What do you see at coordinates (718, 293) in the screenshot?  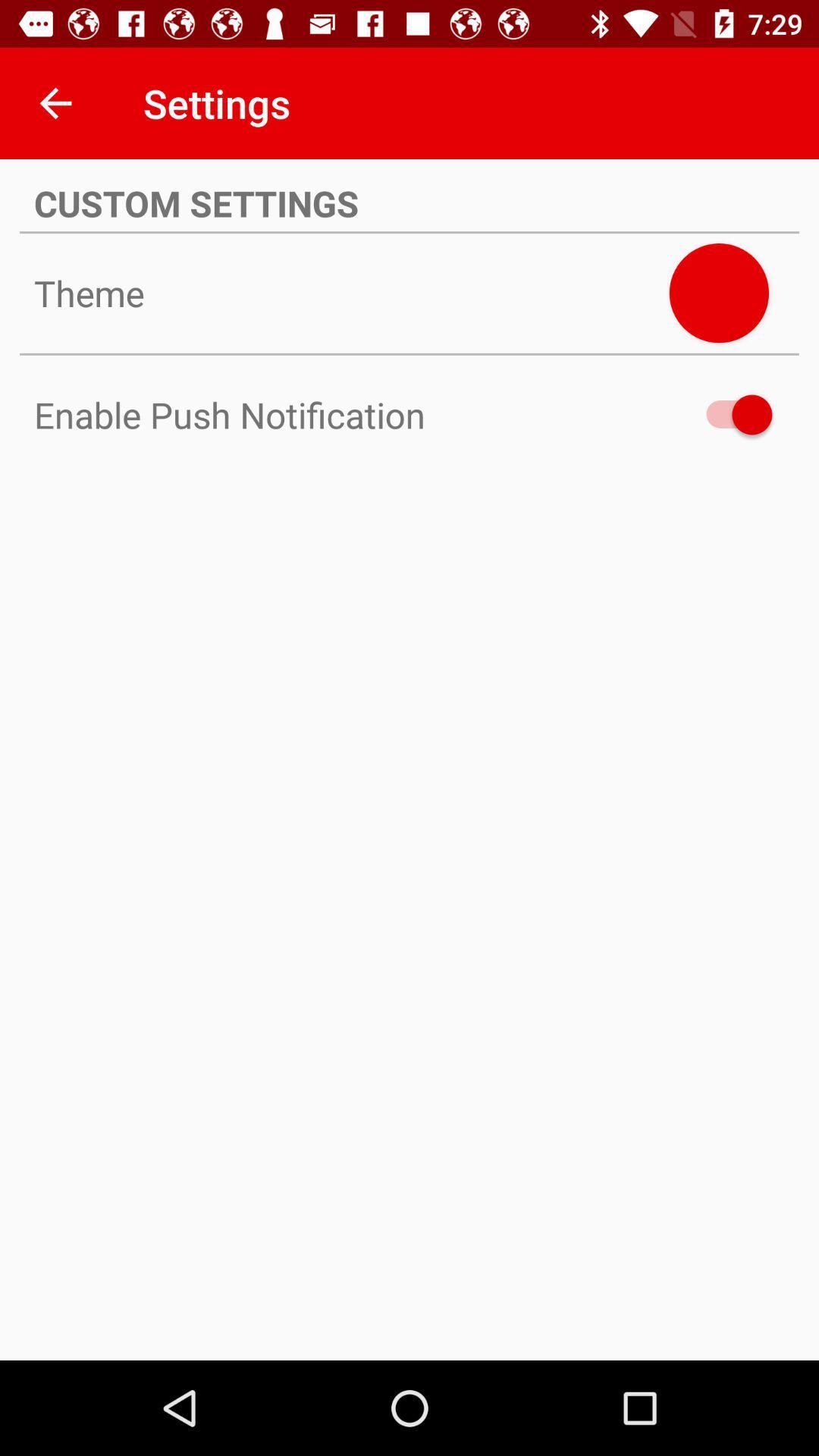 I see `the icon next to the theme item` at bounding box center [718, 293].